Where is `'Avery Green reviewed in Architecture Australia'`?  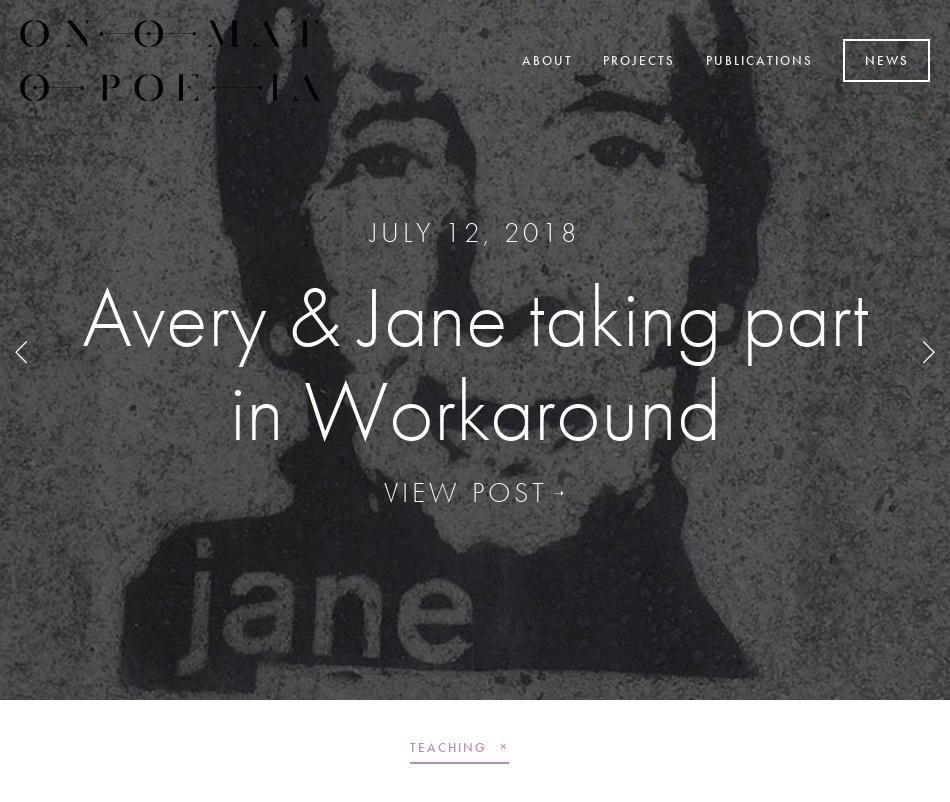
'Avery Green reviewed in Architecture Australia' is located at coordinates (473, 361).